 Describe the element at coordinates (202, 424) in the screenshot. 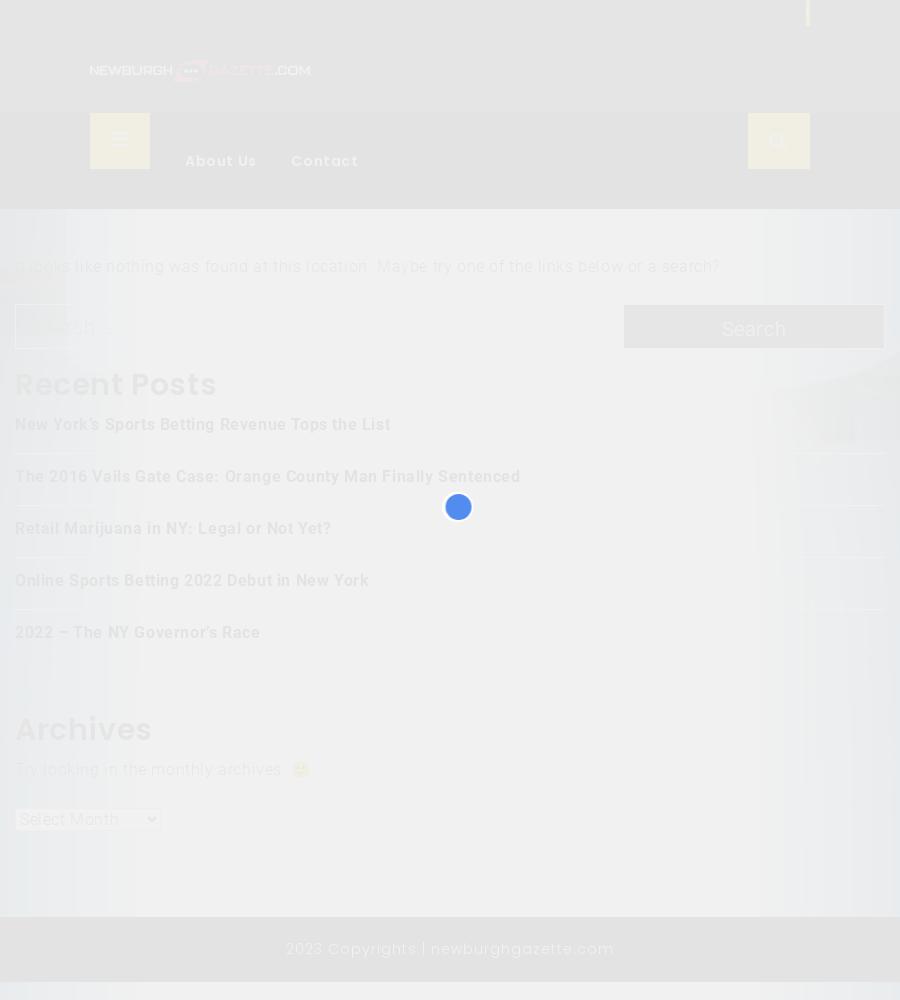

I see `'New York’s Sports Betting Revenue Tops the List'` at that location.